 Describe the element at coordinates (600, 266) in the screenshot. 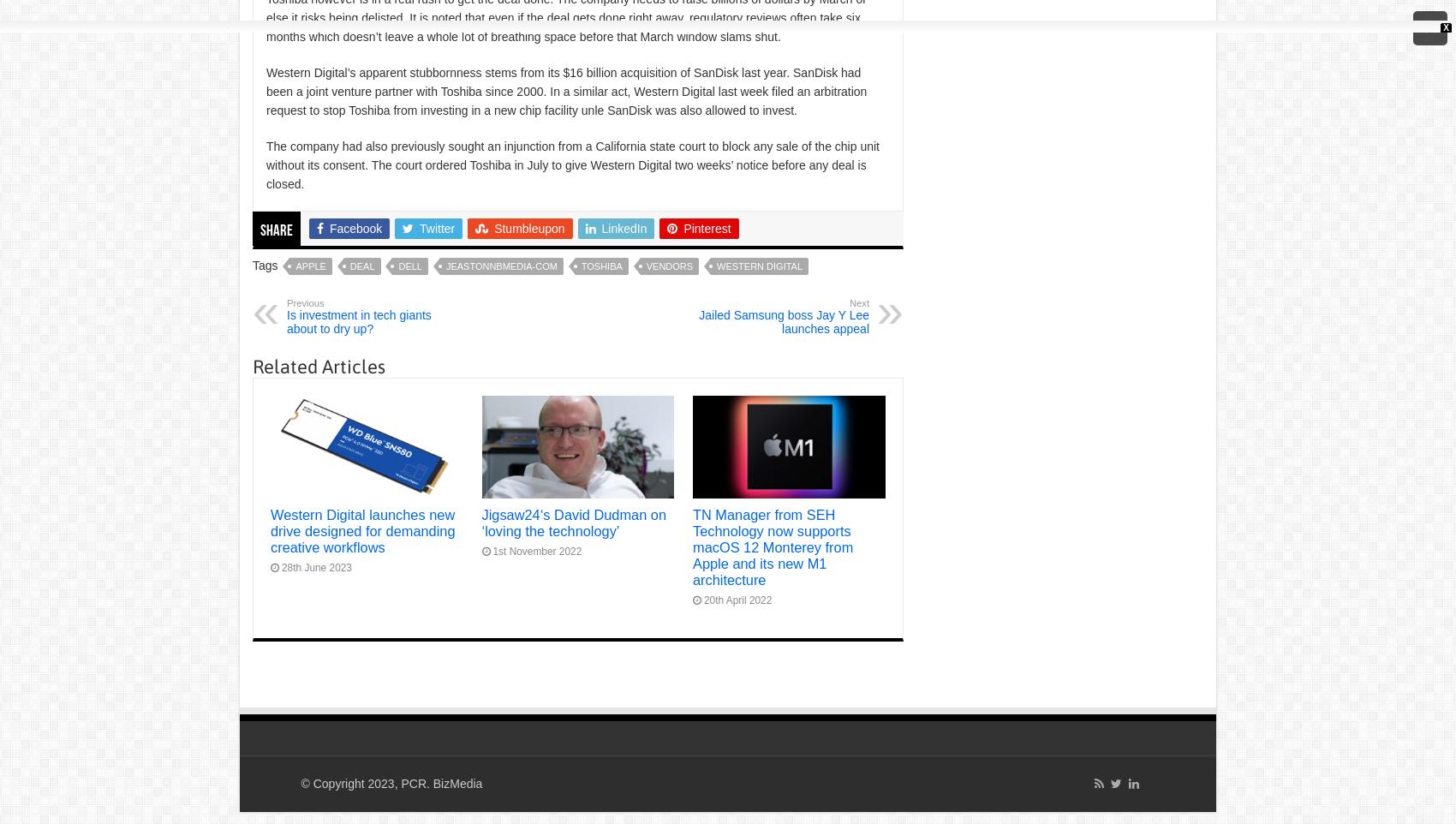

I see `'Toshiba'` at that location.